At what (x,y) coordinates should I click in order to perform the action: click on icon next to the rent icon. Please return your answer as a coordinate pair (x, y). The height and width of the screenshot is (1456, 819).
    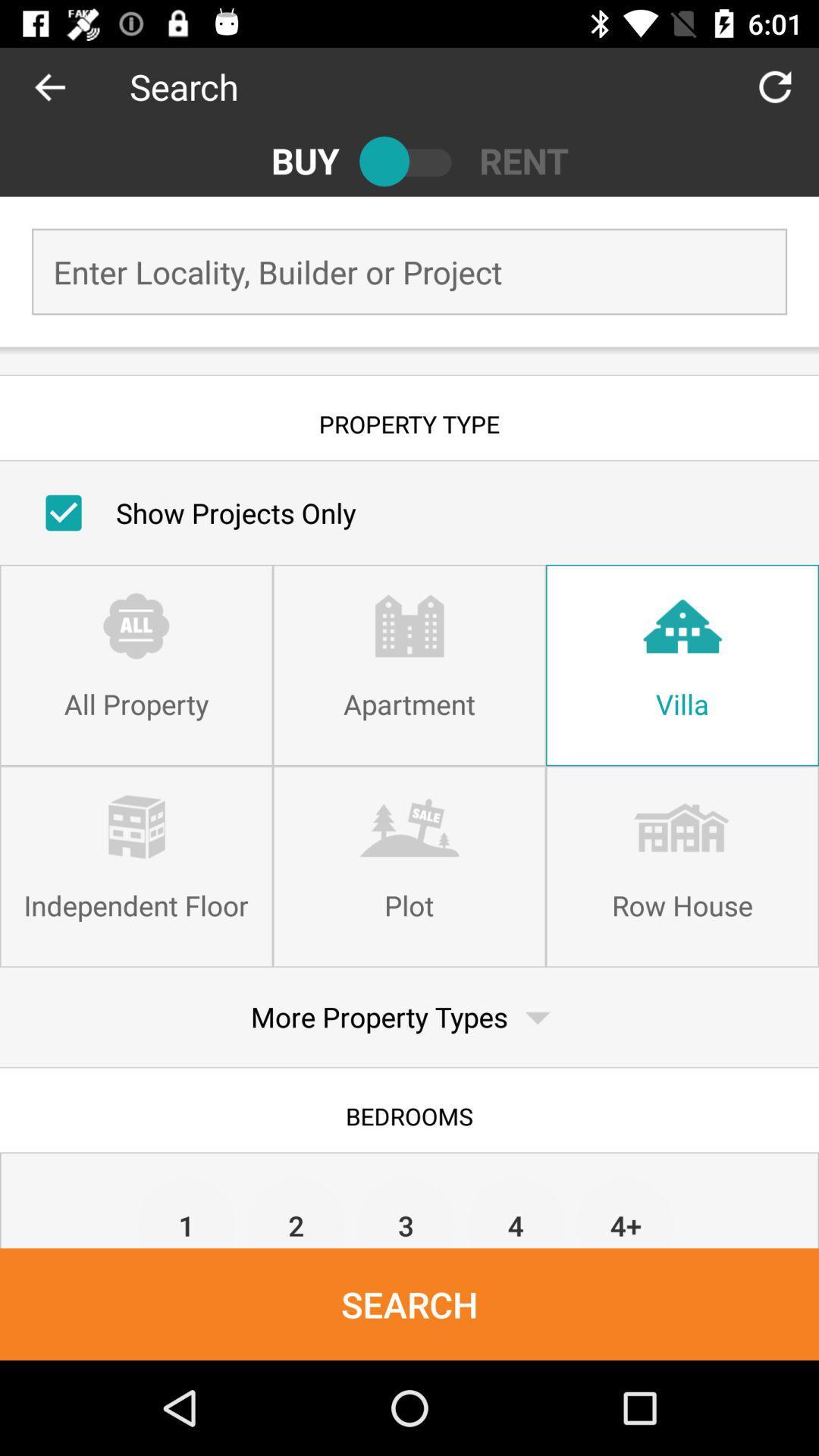
    Looking at the image, I should click on (409, 161).